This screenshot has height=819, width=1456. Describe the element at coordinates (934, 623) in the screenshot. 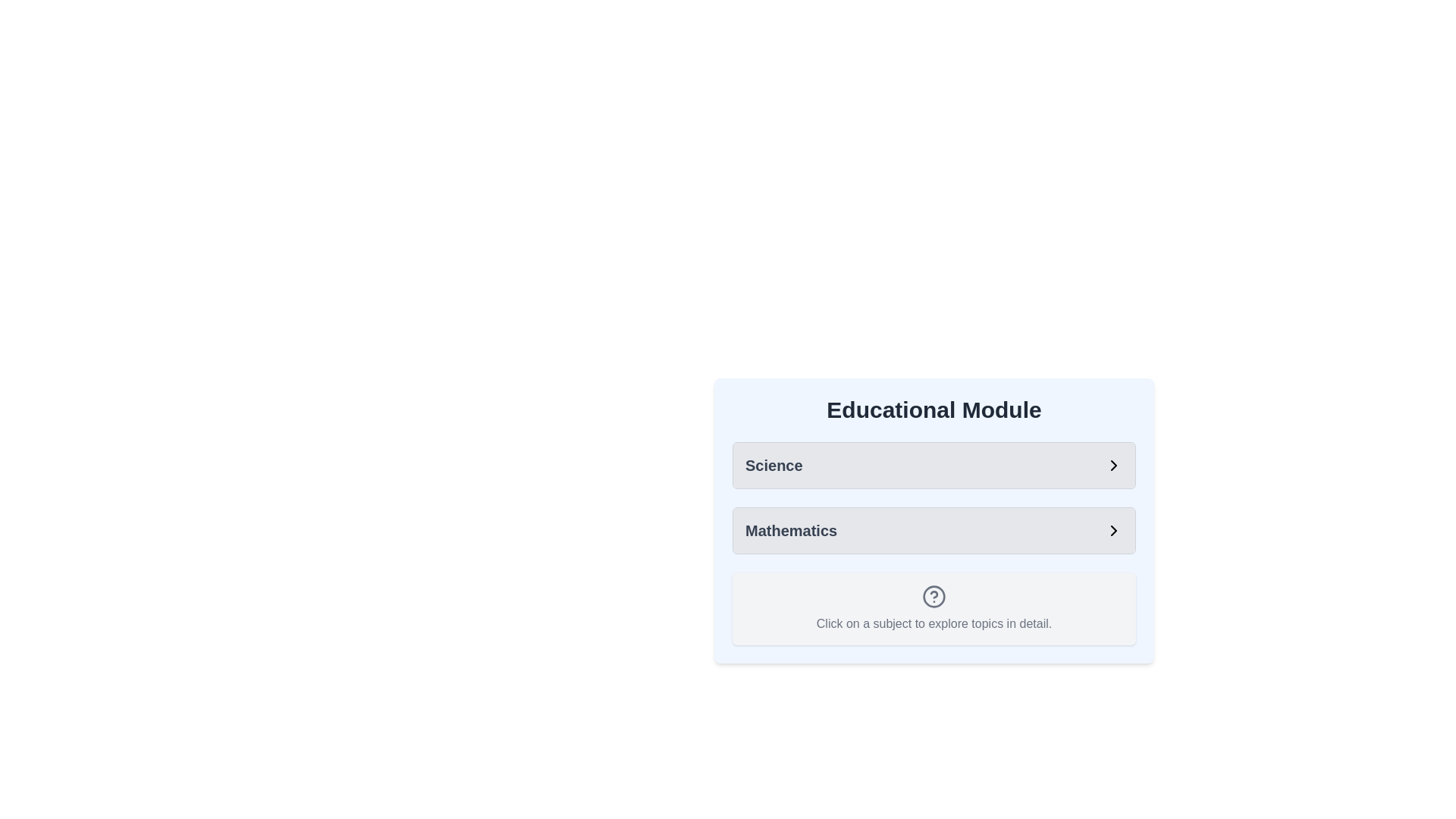

I see `the static text label that reads 'Click on a subject` at that location.